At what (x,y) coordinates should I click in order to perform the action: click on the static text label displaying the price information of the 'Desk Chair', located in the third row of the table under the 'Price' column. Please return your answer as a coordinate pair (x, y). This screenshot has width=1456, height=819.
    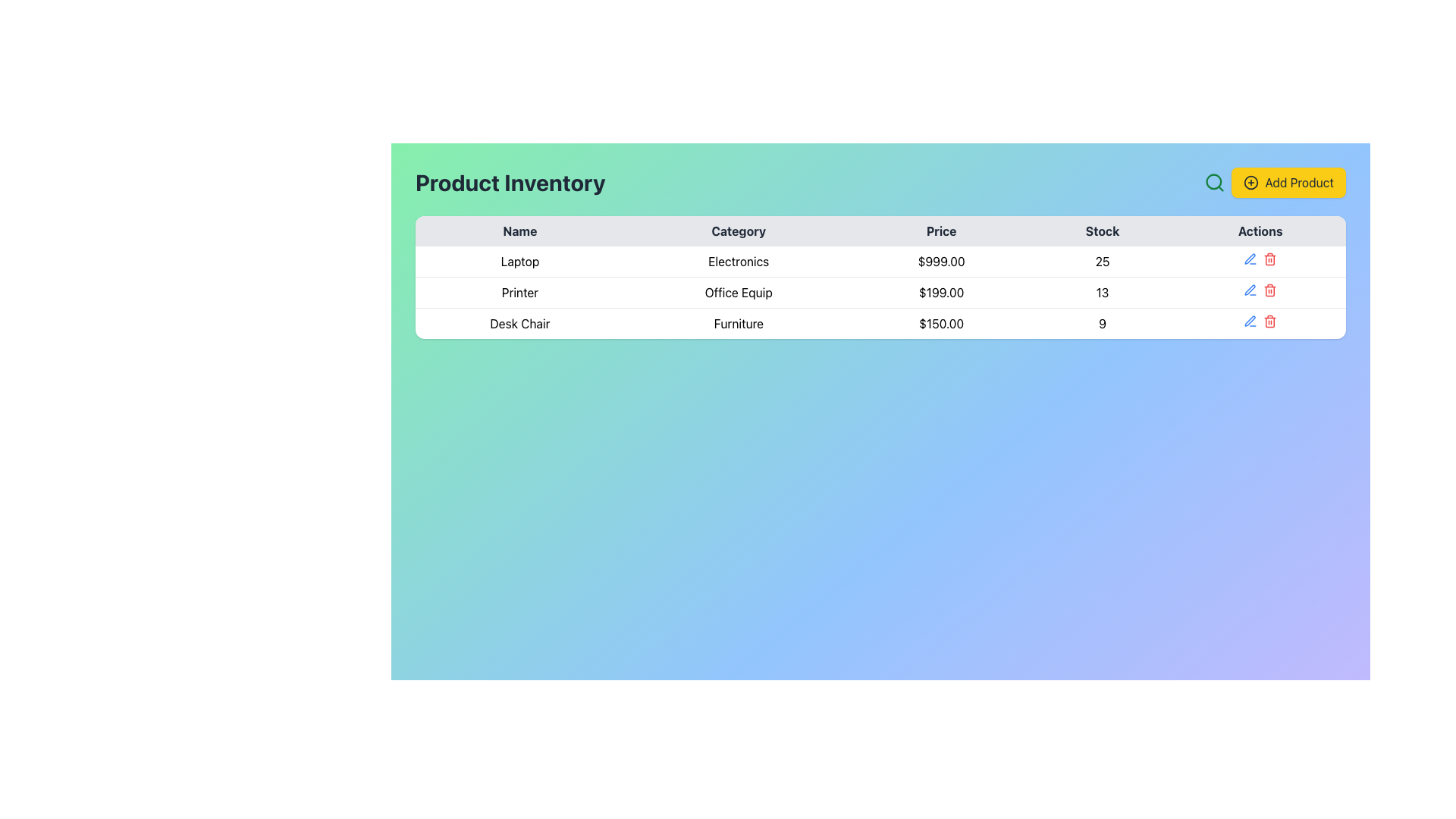
    Looking at the image, I should click on (940, 322).